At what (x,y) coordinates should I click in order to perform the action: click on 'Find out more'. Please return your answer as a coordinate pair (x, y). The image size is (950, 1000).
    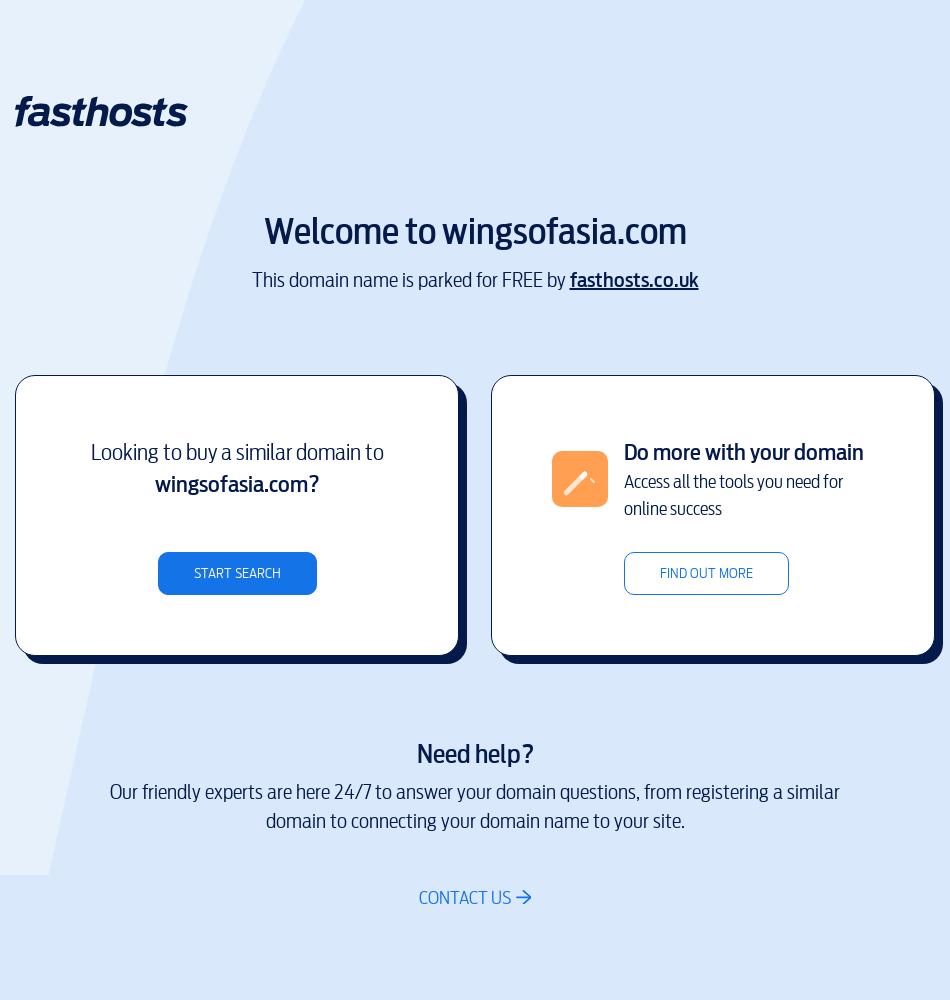
    Looking at the image, I should click on (706, 571).